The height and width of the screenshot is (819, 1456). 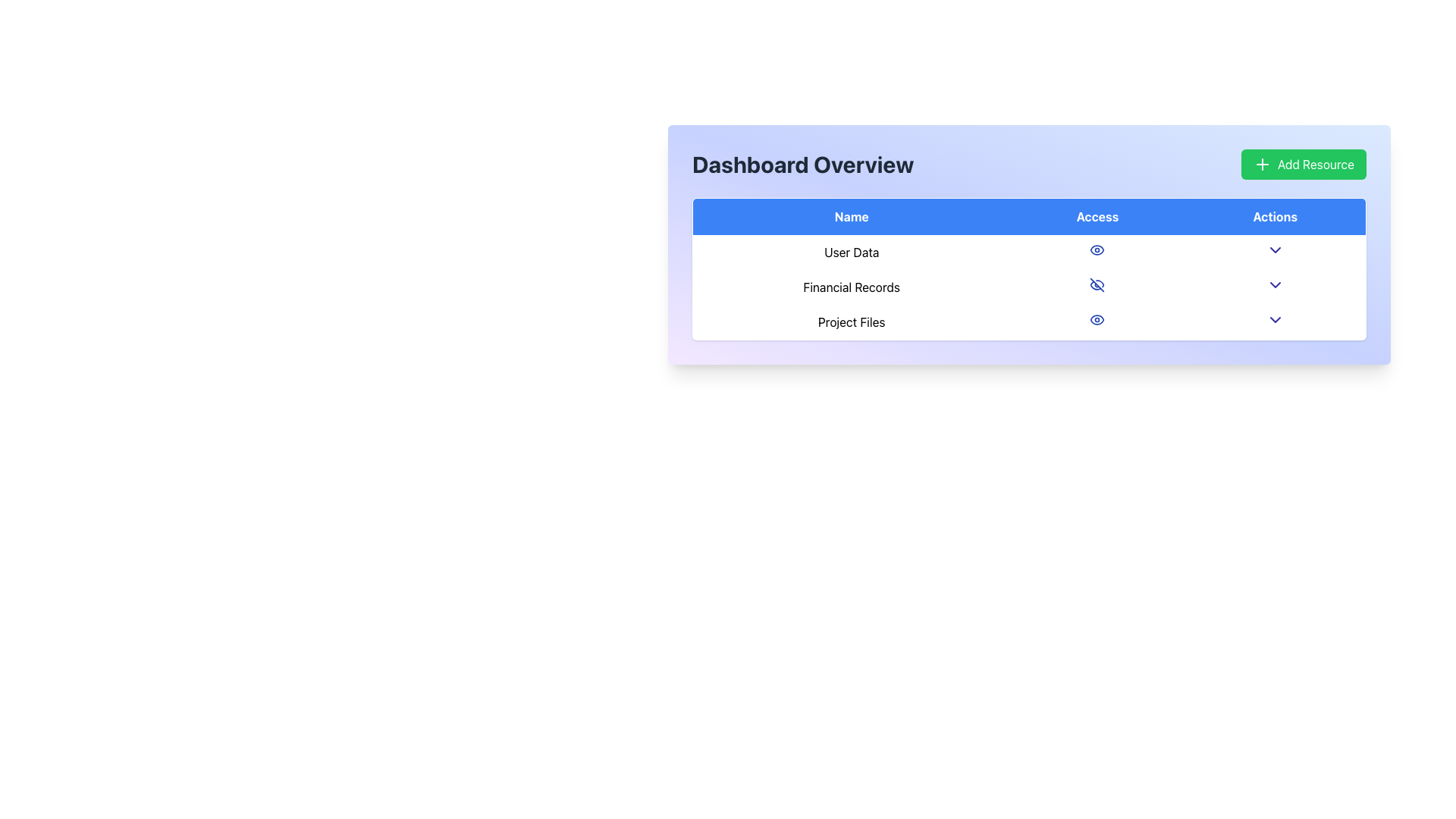 What do you see at coordinates (1274, 318) in the screenshot?
I see `the downward-pointing chevron icon in the third row of the 'Actions' column` at bounding box center [1274, 318].